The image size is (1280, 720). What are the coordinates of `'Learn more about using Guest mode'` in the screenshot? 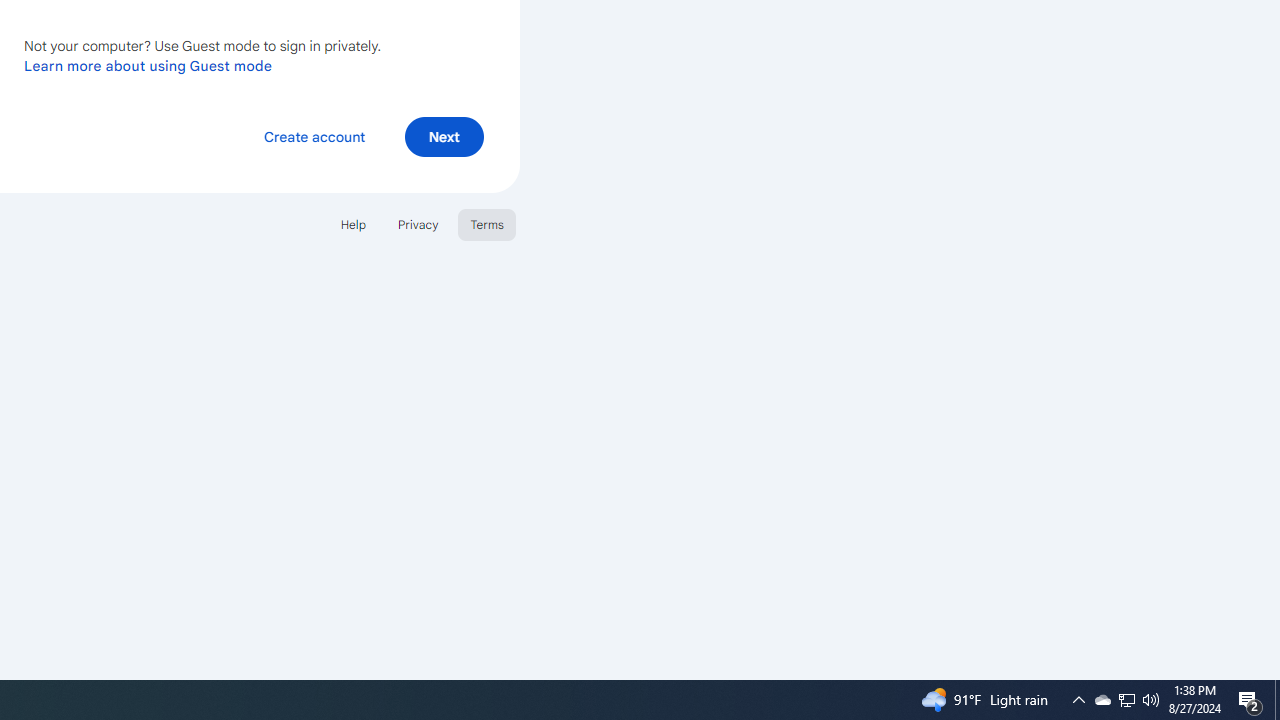 It's located at (147, 64).